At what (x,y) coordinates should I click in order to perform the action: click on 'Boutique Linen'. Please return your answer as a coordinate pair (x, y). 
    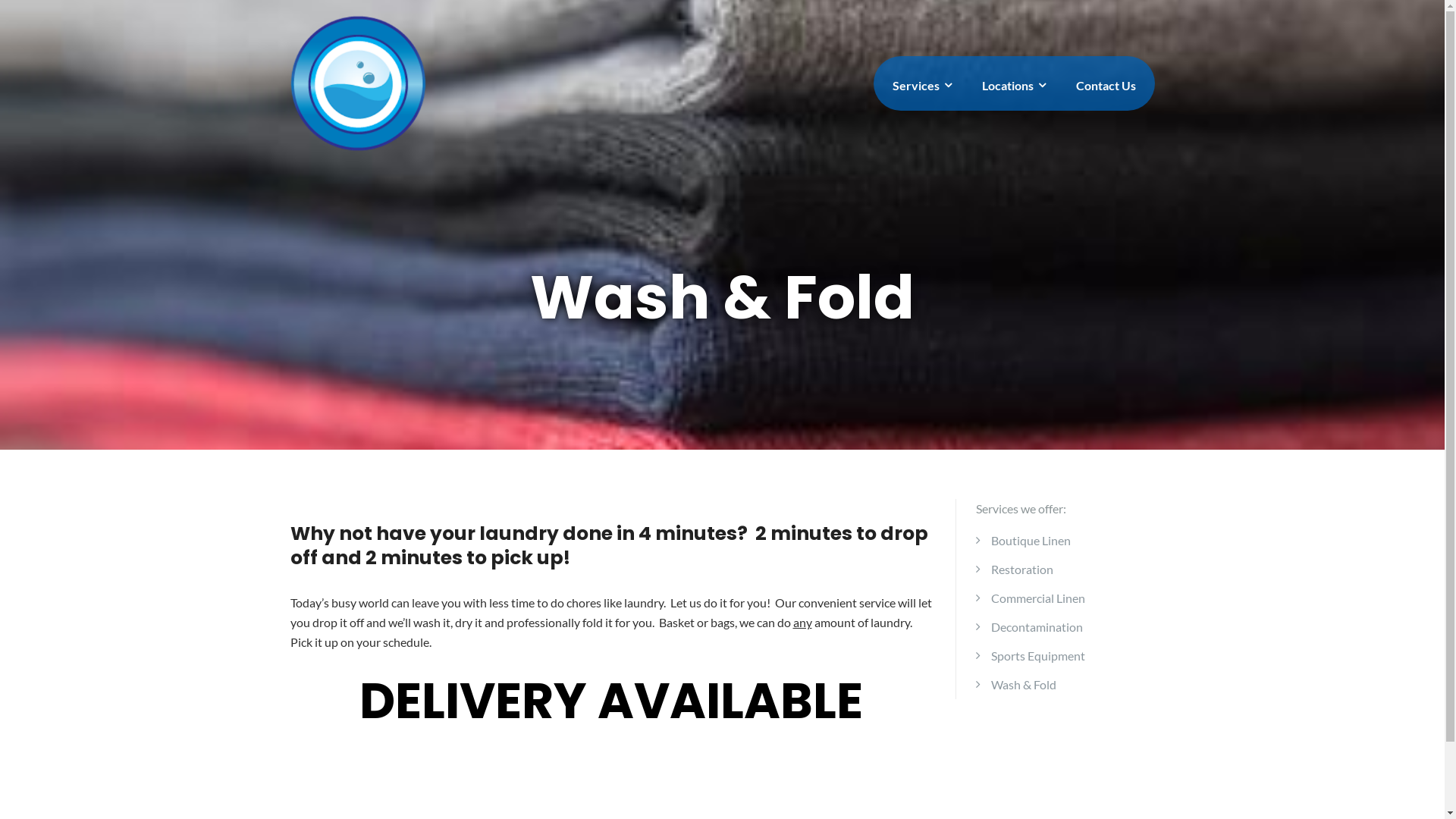
    Looking at the image, I should click on (1031, 539).